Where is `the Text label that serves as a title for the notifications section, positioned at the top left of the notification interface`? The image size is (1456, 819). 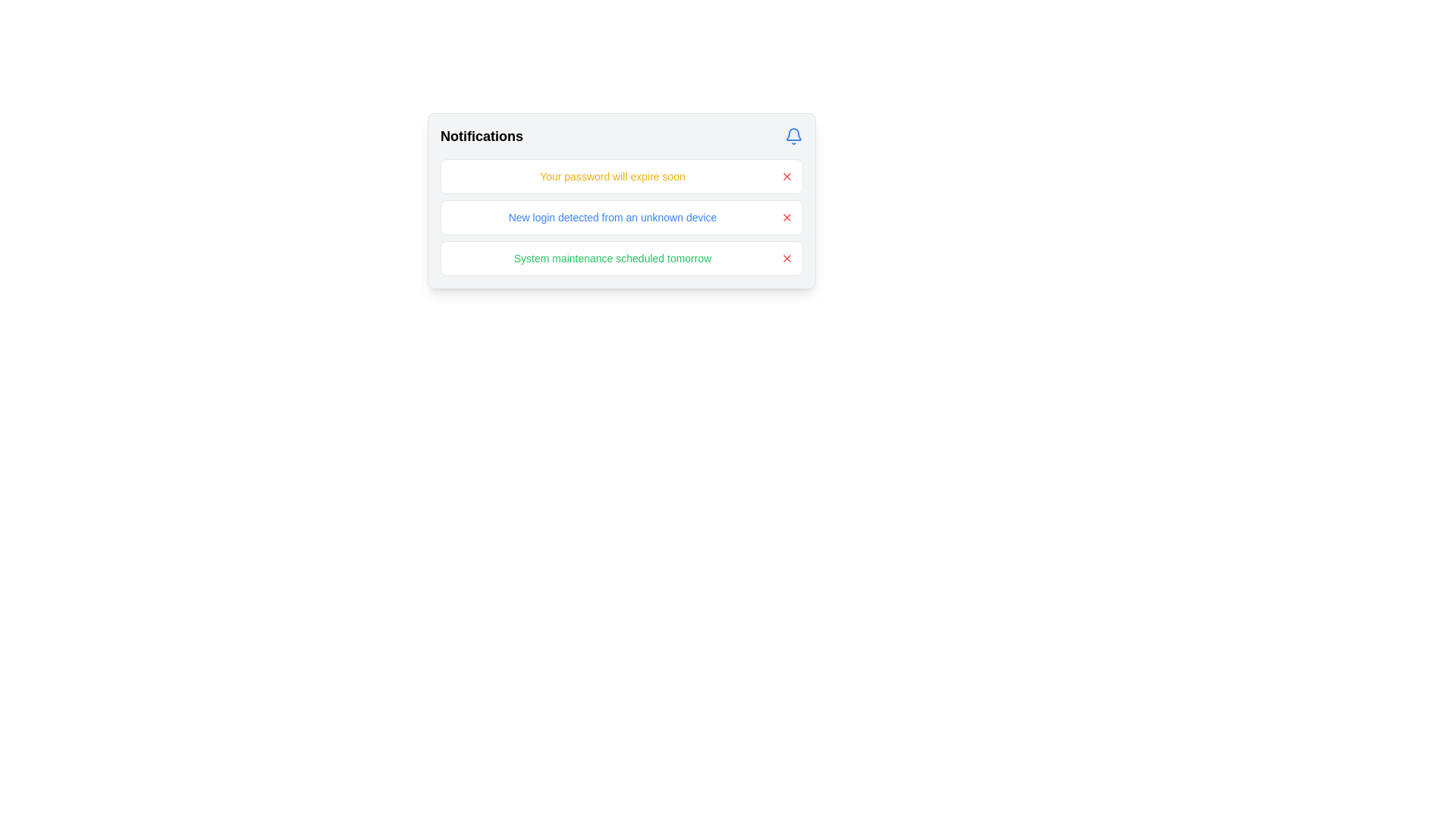 the Text label that serves as a title for the notifications section, positioned at the top left of the notification interface is located at coordinates (481, 136).